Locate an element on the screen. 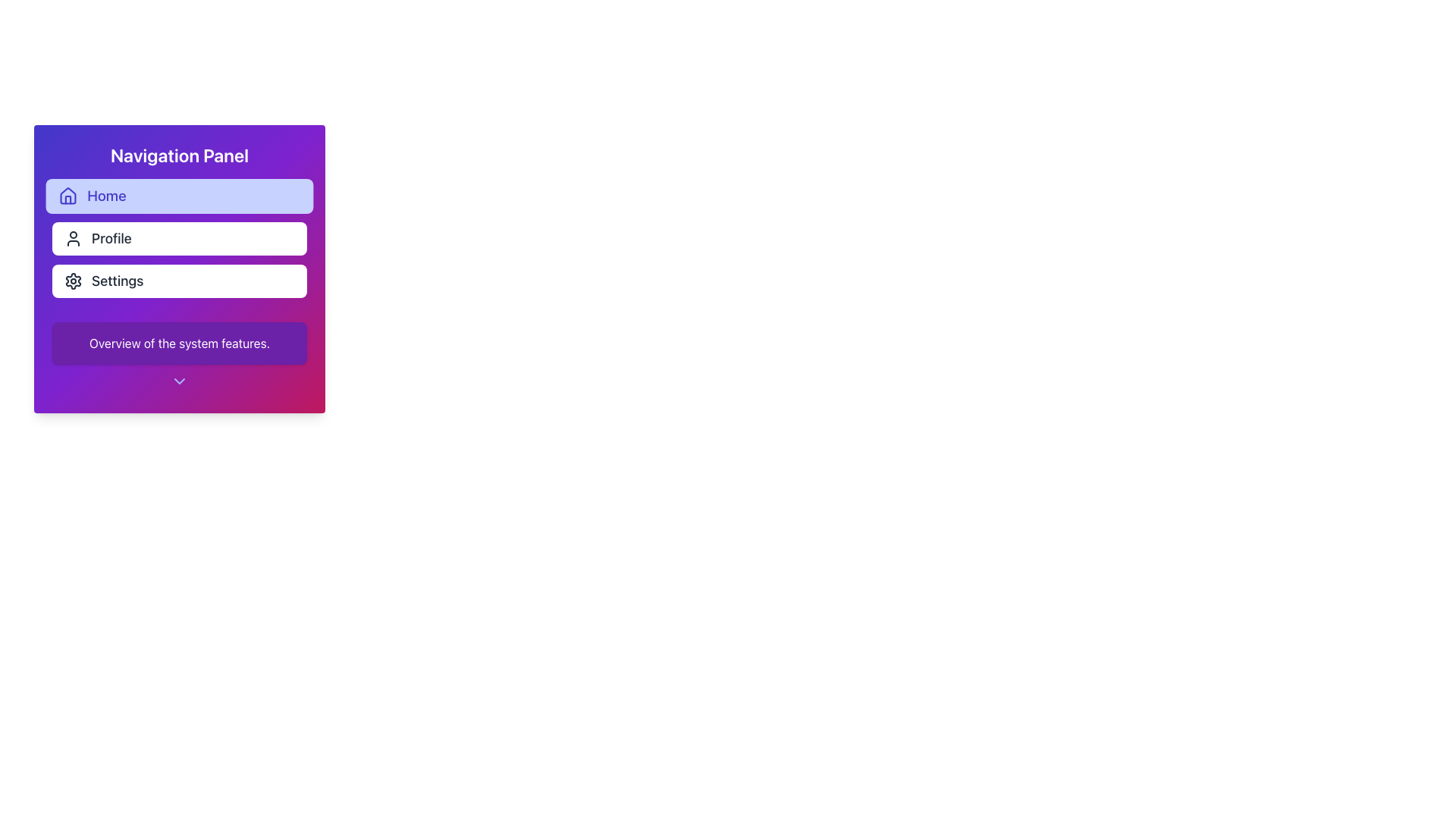 The width and height of the screenshot is (1456, 819). the house icon located in the 'Home' button at the top of the Navigation Panel is located at coordinates (67, 199).